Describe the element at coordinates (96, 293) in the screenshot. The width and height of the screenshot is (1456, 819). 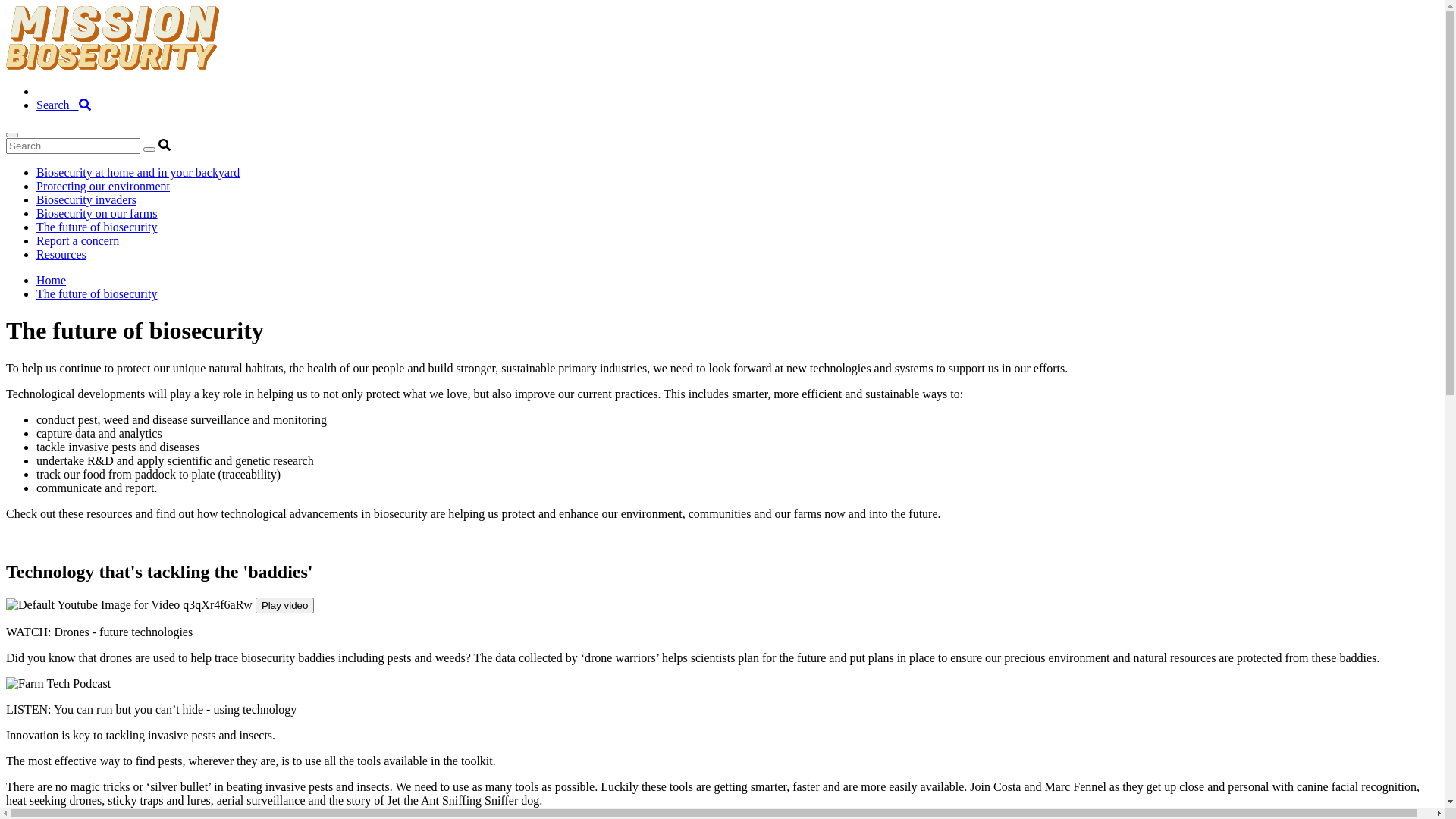
I see `'The future of biosecurity'` at that location.